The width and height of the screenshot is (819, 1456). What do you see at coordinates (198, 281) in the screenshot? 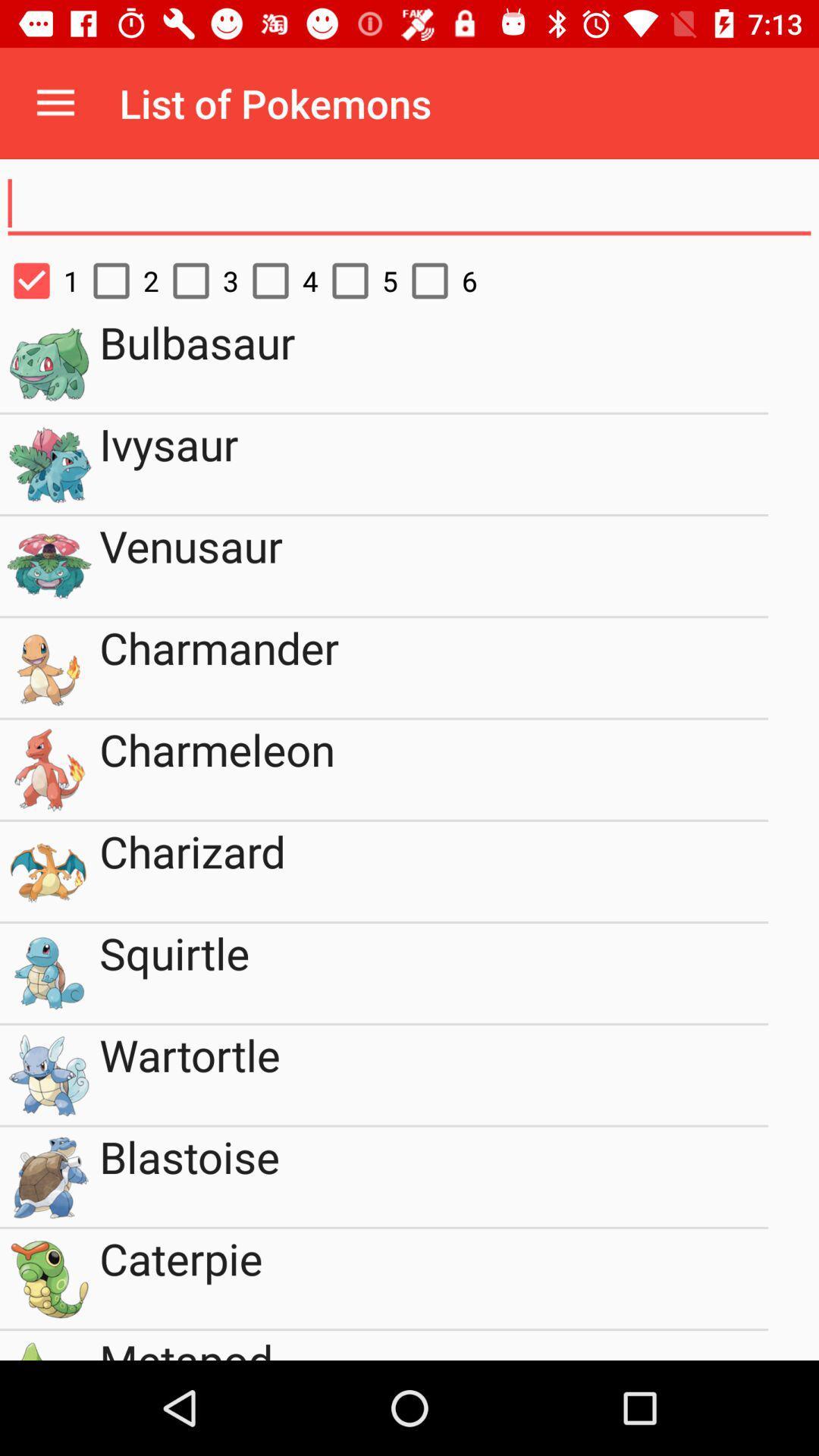
I see `the item to the left of 4 item` at bounding box center [198, 281].